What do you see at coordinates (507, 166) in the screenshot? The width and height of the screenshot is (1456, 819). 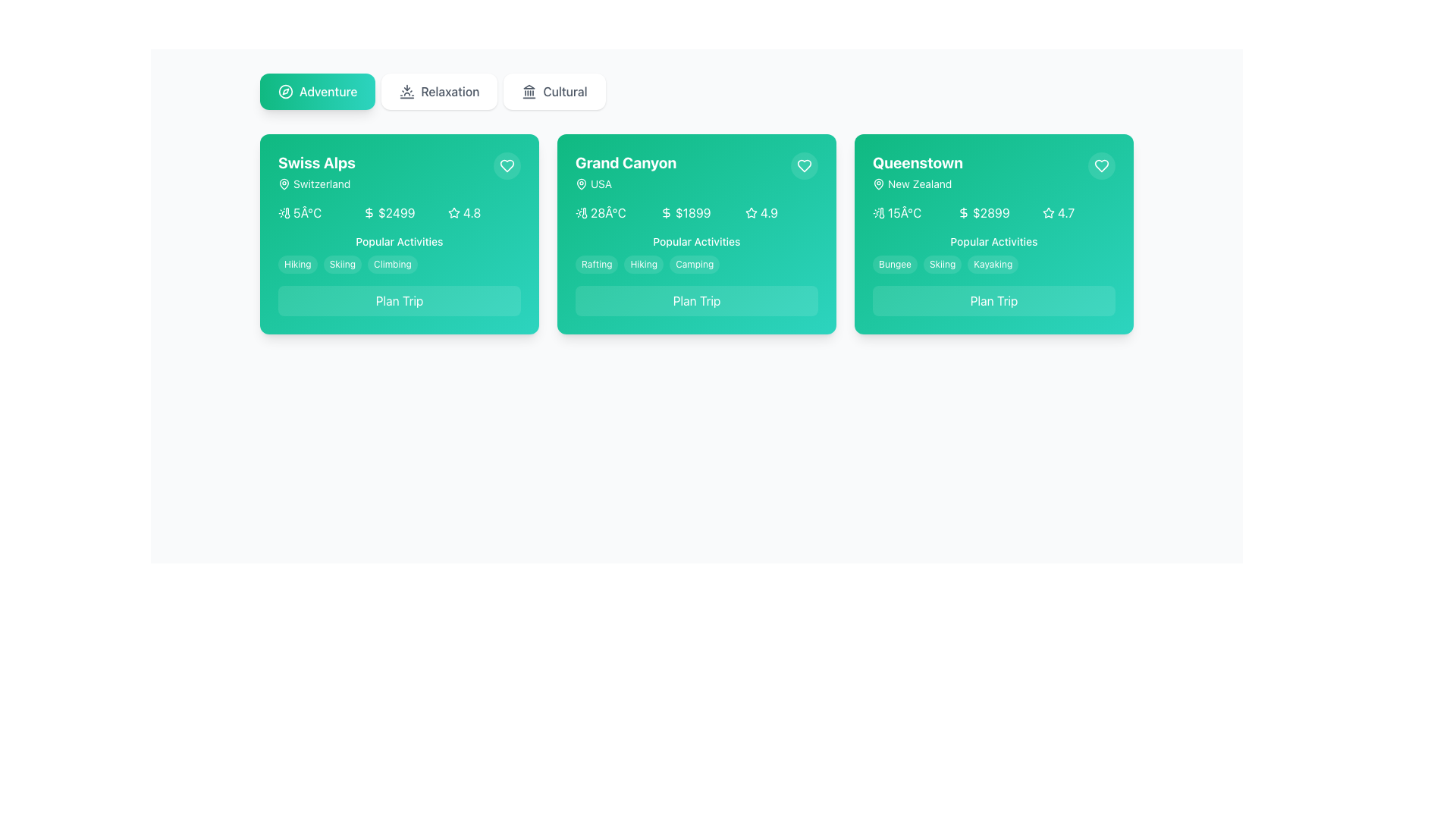 I see `the heart-shaped icon located at the top-right corner of the 'Swiss Alps' card` at bounding box center [507, 166].